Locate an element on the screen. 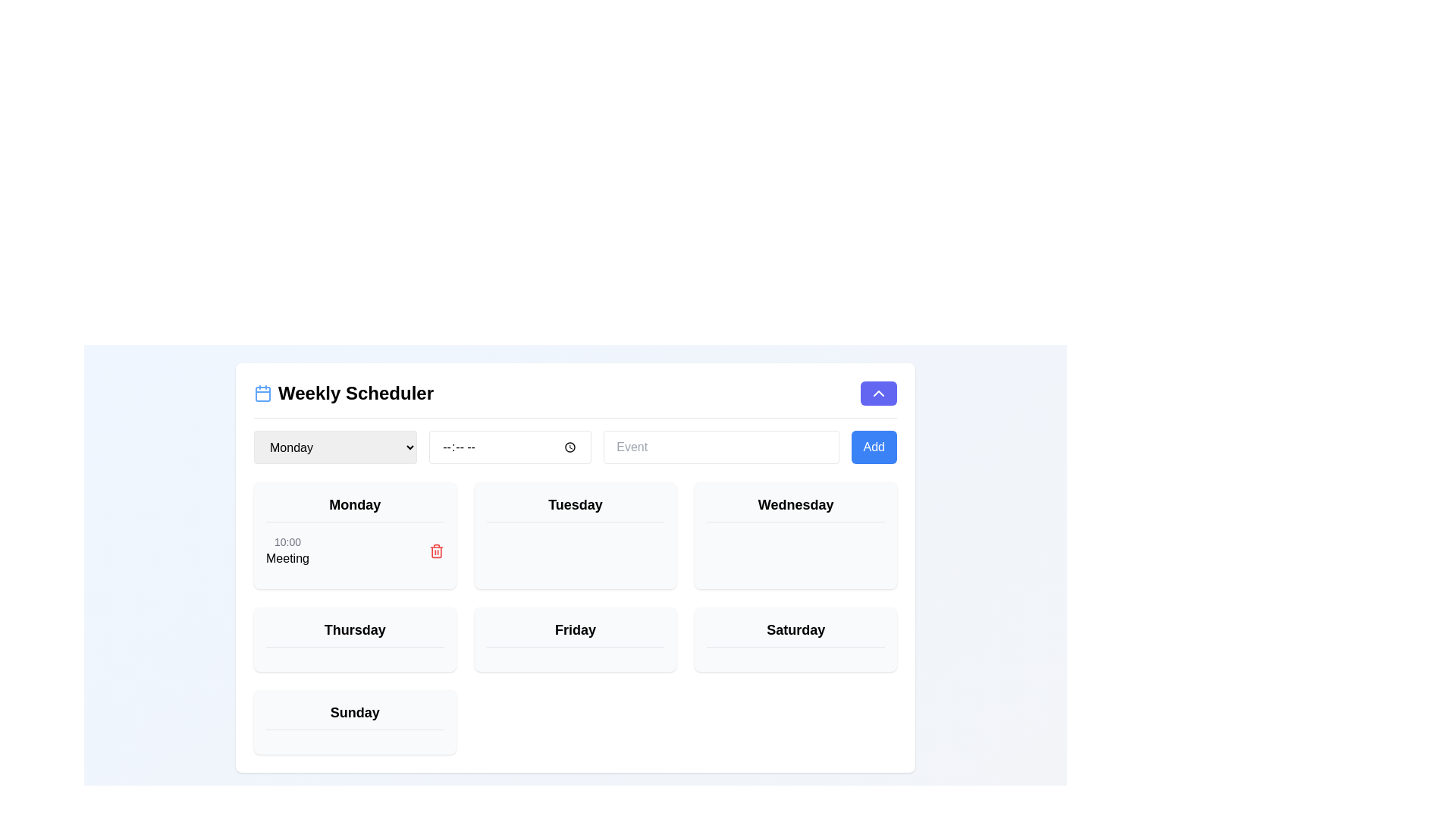 The height and width of the screenshot is (819, 1456). text content of the text block component displaying the event scheduled for 'Monday', which shows the time '10:00' and the description 'Meeting' is located at coordinates (287, 551).